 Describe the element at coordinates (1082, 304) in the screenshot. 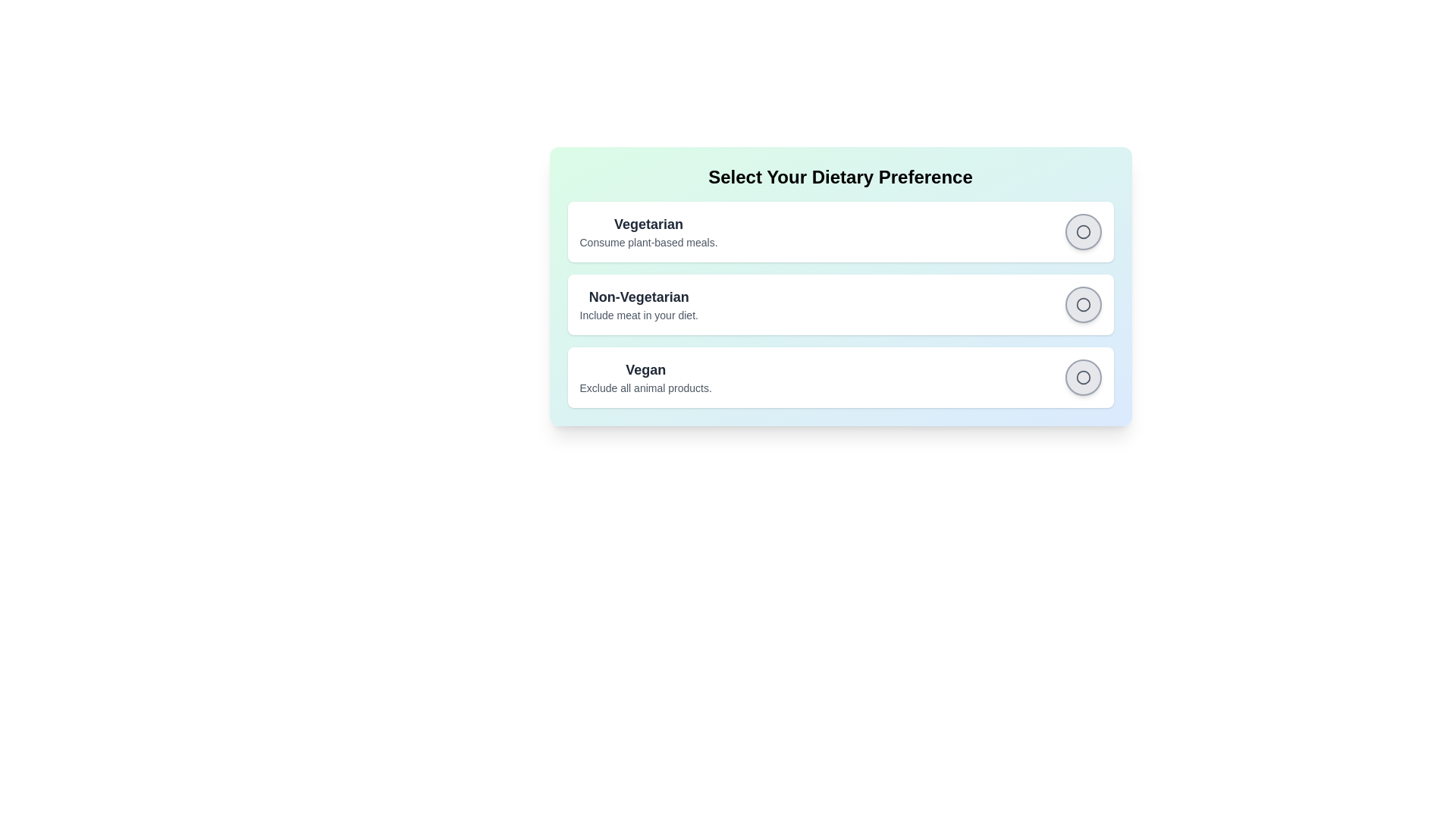

I see `the radio button indicator for the 'Non-Vegetarian' option in the 'Select Your Dietary Preference' section` at that location.